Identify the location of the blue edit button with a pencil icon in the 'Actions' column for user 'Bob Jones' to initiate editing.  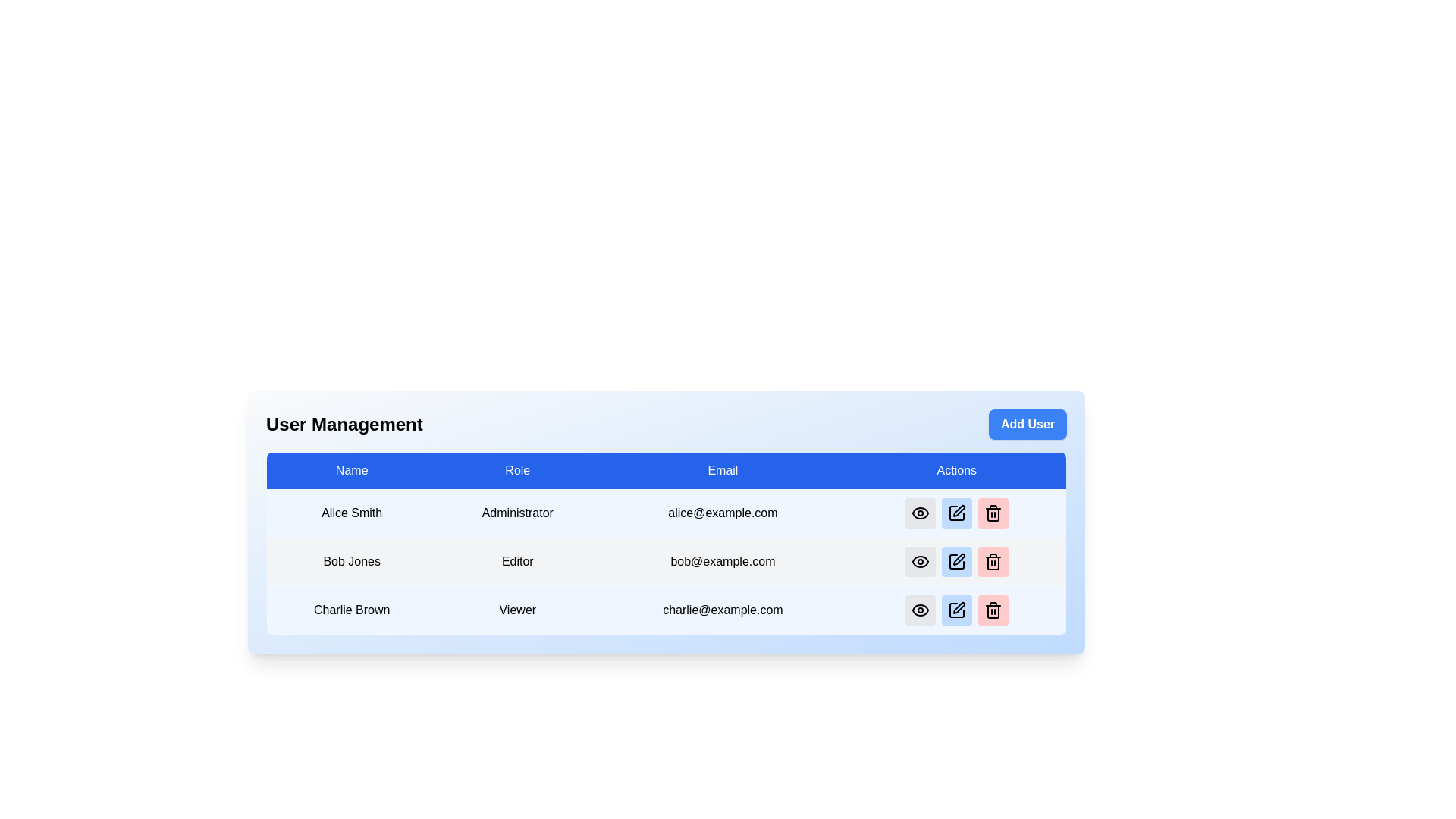
(955, 561).